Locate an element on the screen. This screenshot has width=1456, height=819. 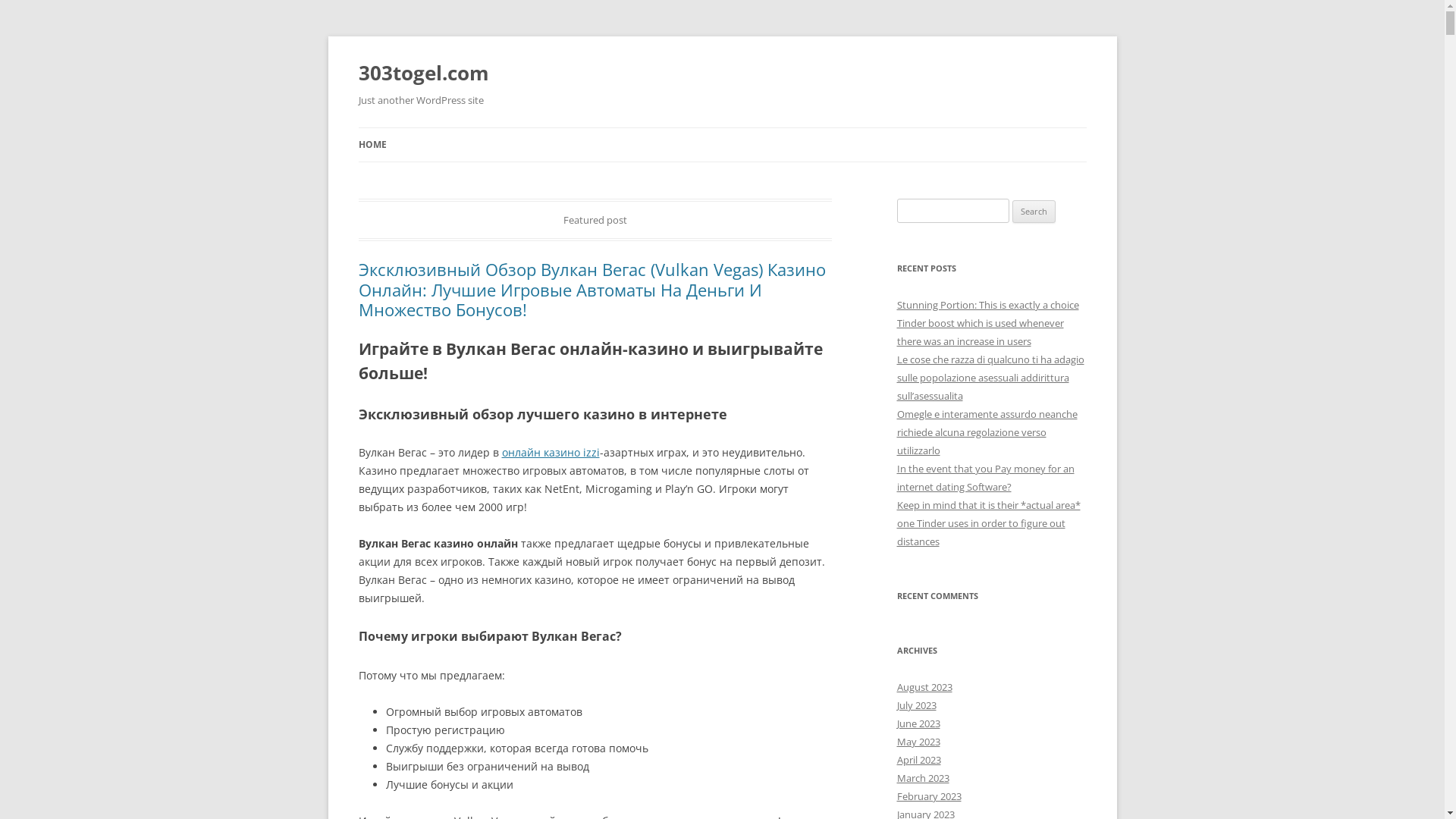
'May 2023' is located at coordinates (917, 741).